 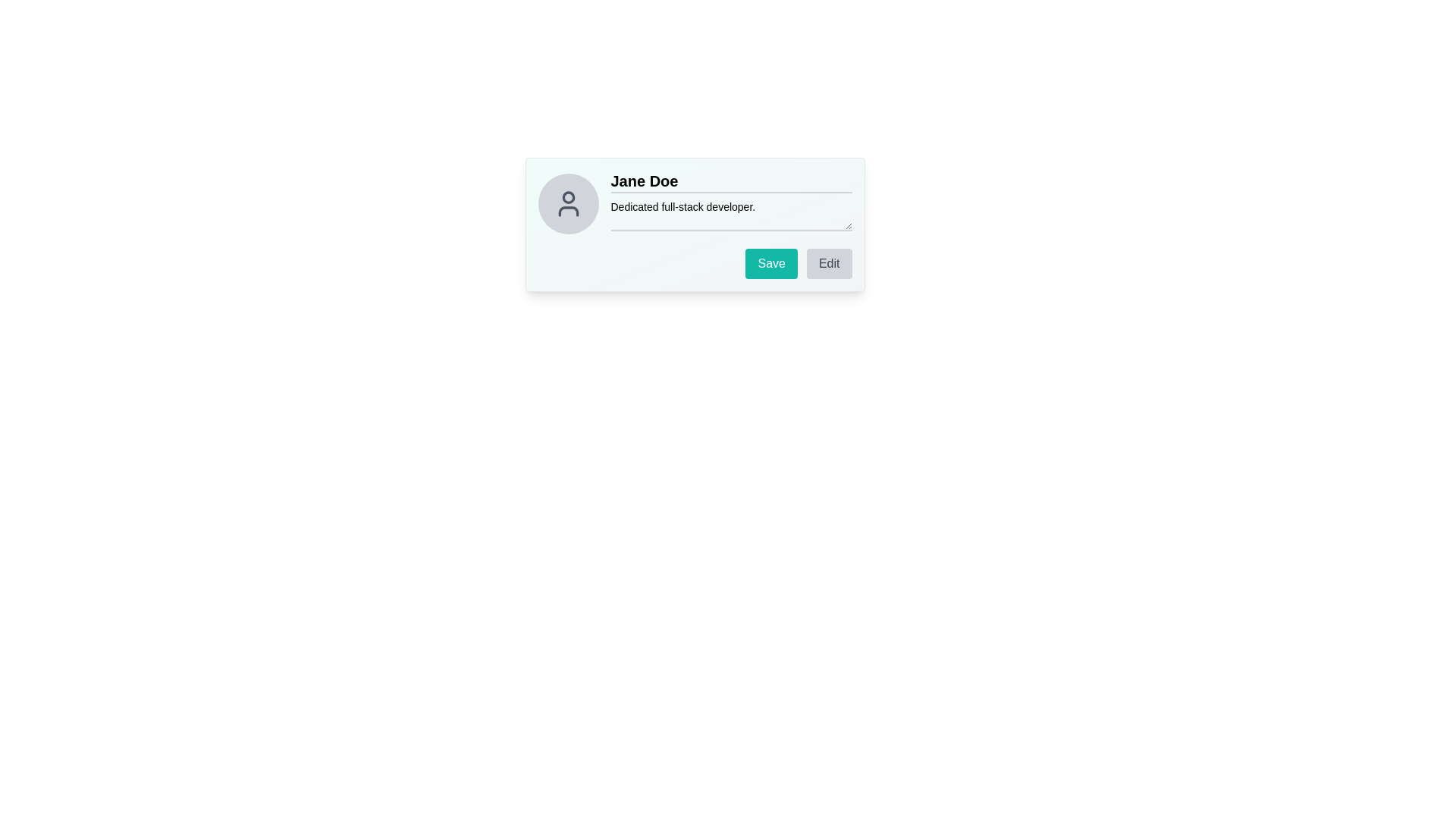 What do you see at coordinates (771, 262) in the screenshot?
I see `the first button from the left in the button group at the bottom-right of the user card interface` at bounding box center [771, 262].